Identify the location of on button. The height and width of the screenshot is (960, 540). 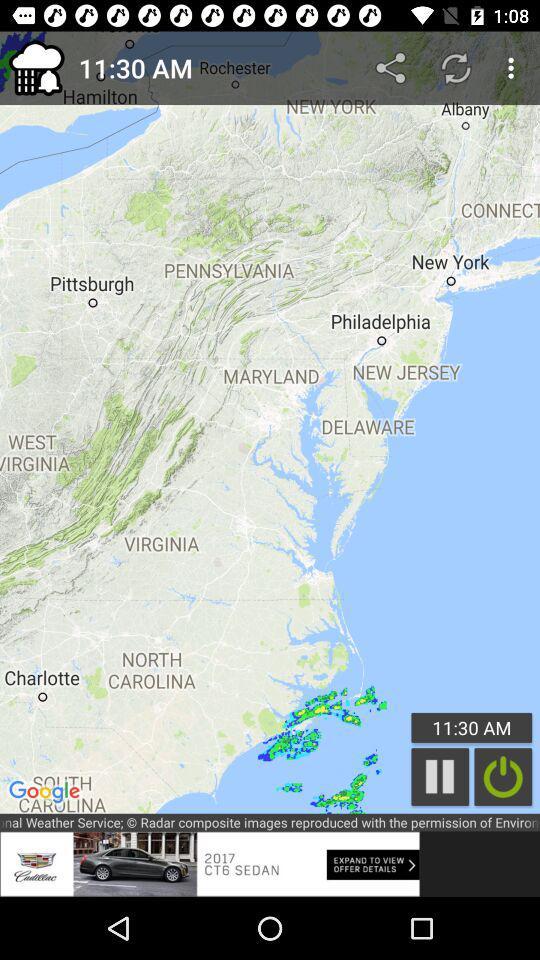
(502, 776).